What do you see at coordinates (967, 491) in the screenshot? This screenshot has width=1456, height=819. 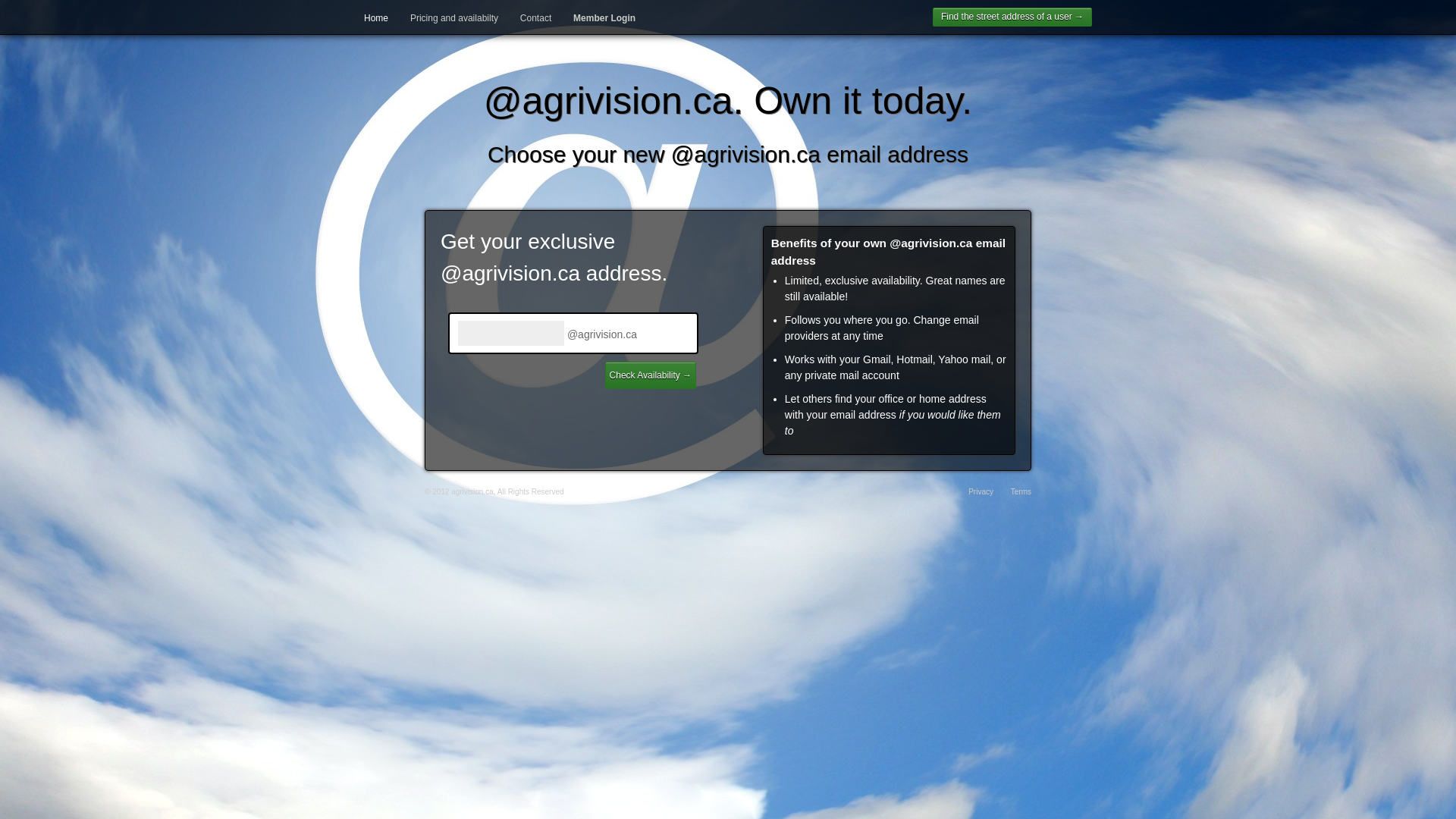 I see `'Privacy'` at bounding box center [967, 491].